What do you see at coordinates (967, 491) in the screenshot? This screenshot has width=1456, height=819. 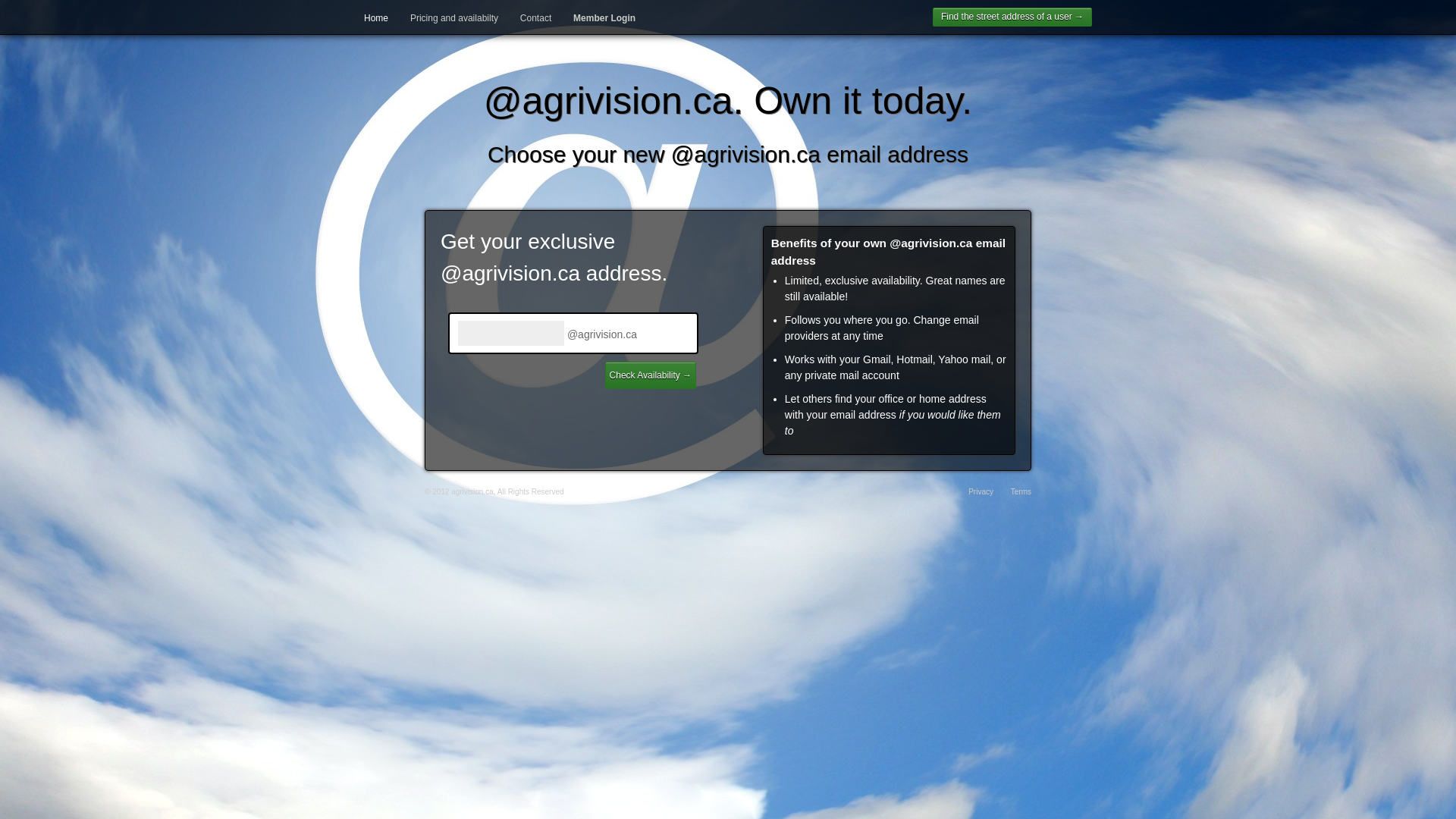 I see `'Privacy'` at bounding box center [967, 491].